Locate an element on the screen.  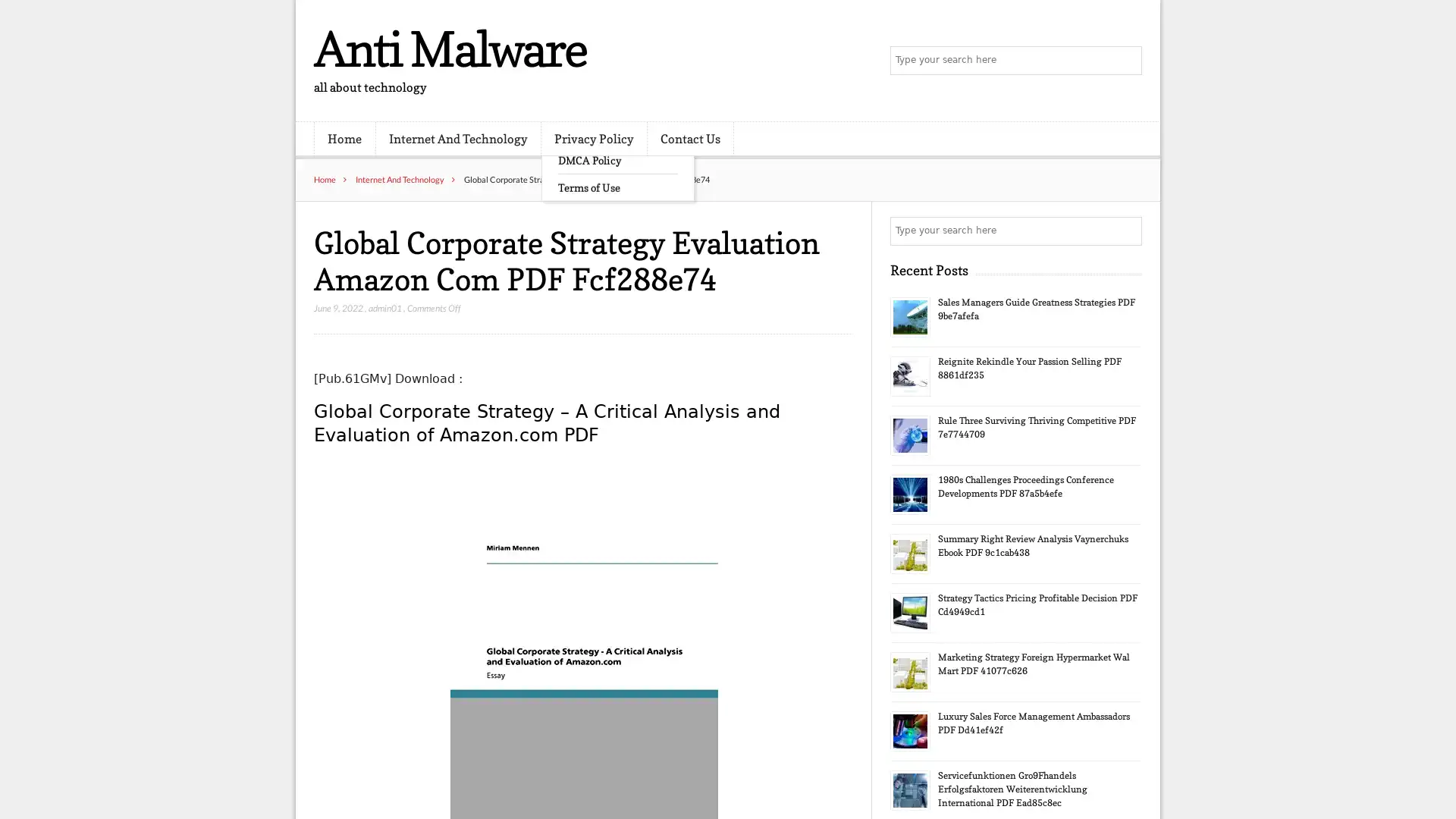
Search is located at coordinates (1126, 231).